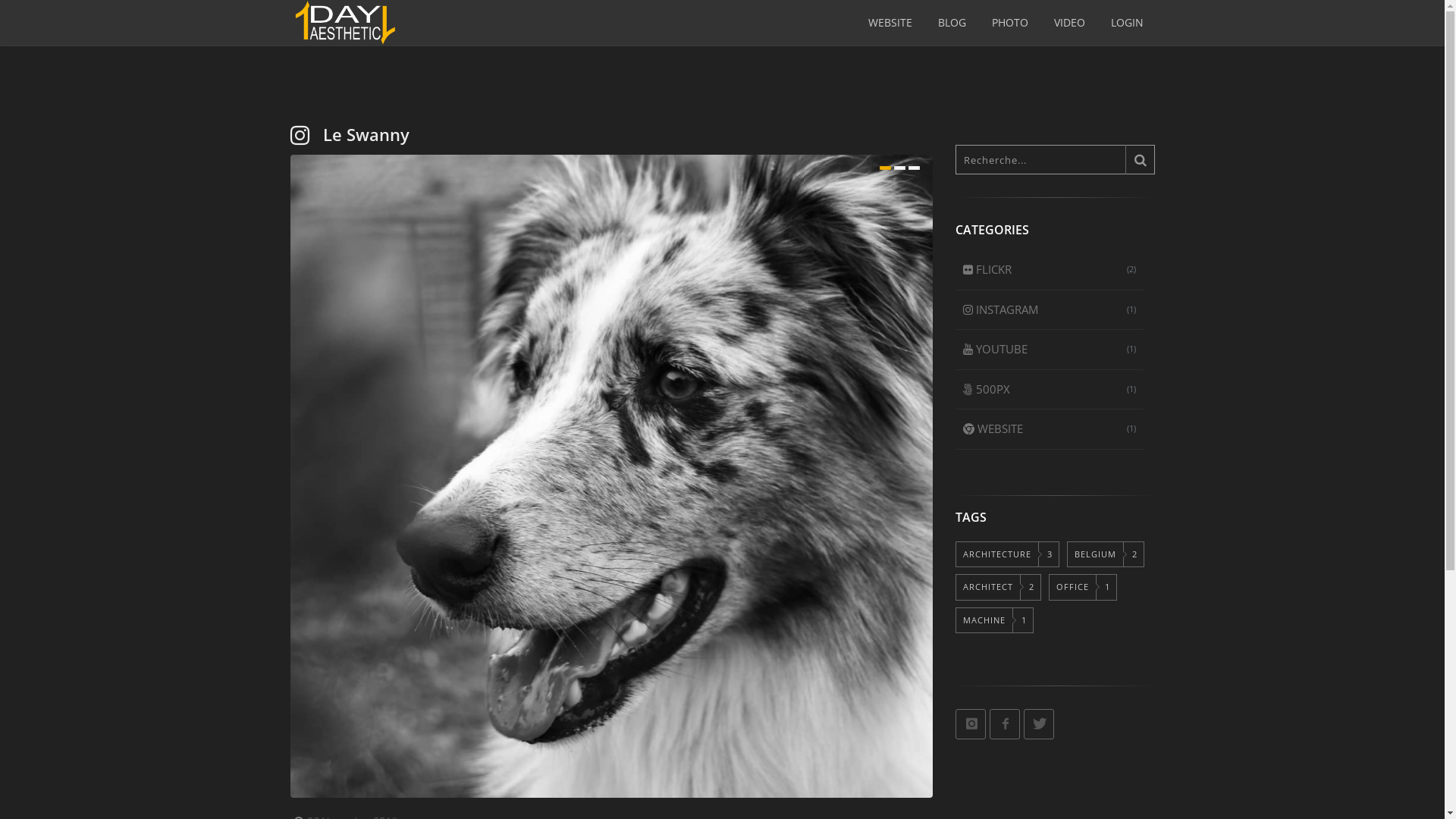 This screenshot has width=1456, height=819. I want to click on 'VIDEO', so click(1068, 23).